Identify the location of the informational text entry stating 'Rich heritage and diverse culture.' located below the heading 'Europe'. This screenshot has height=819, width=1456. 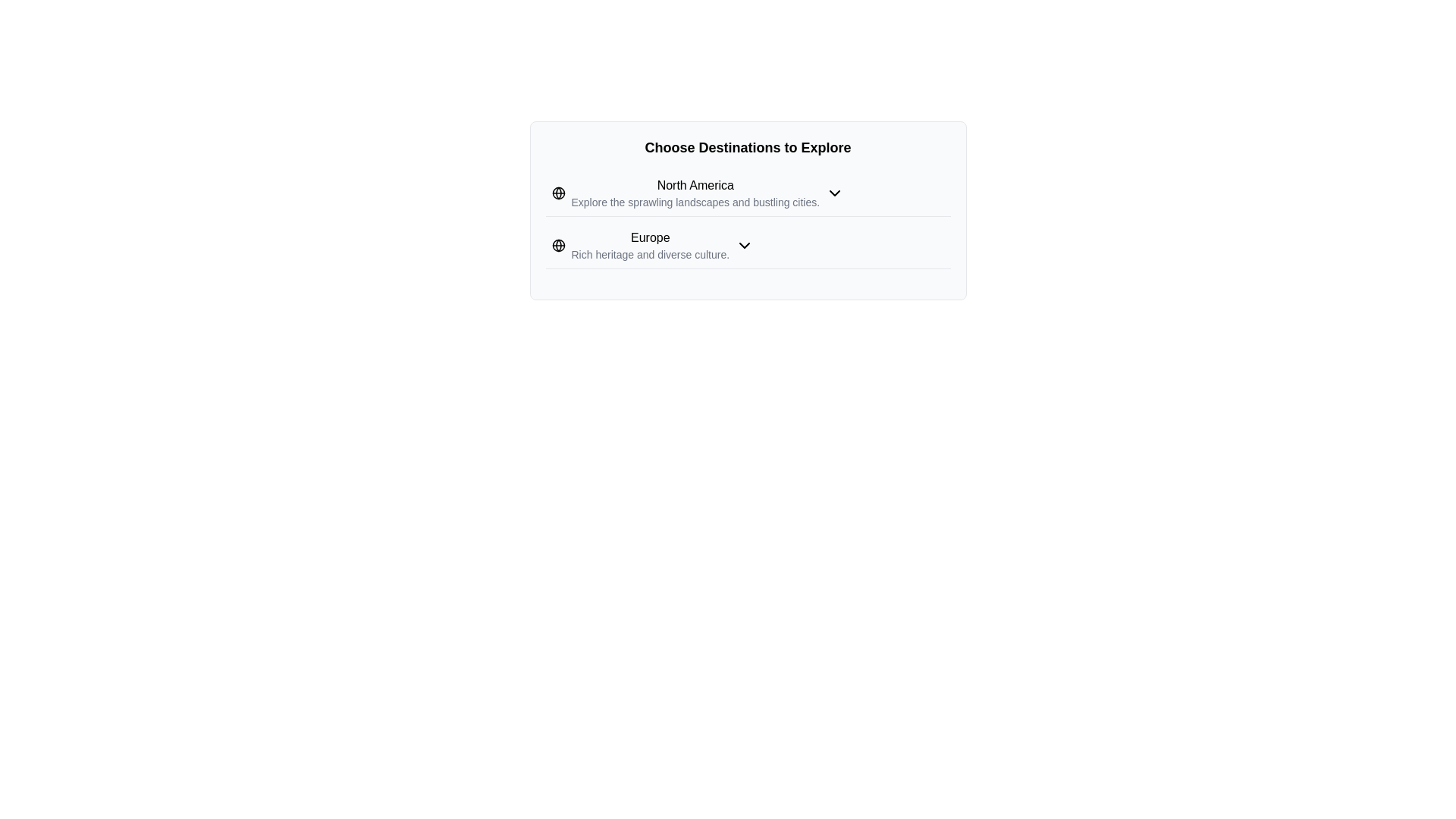
(650, 253).